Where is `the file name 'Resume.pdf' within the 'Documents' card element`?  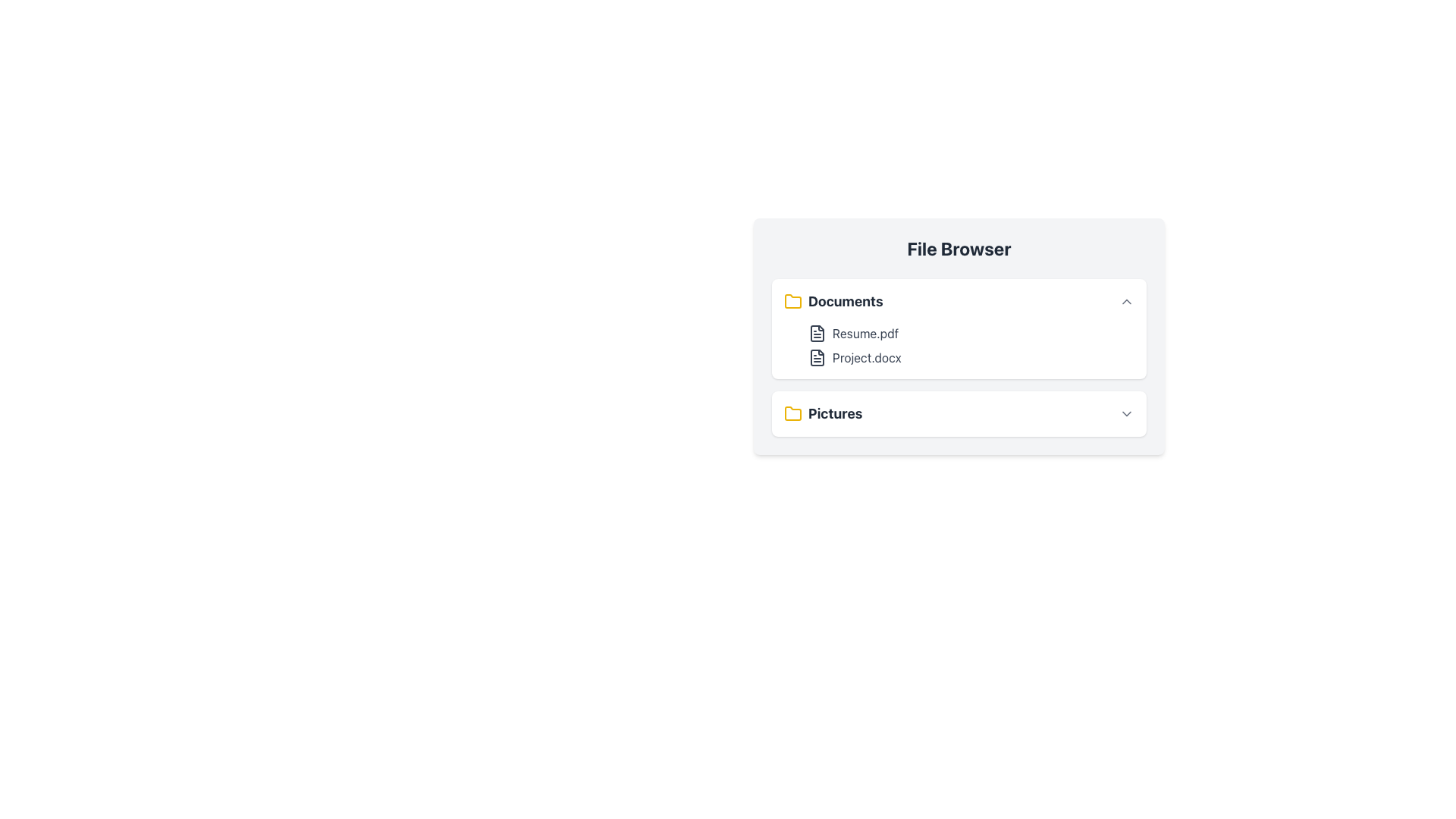
the file name 'Resume.pdf' within the 'Documents' card element is located at coordinates (959, 328).